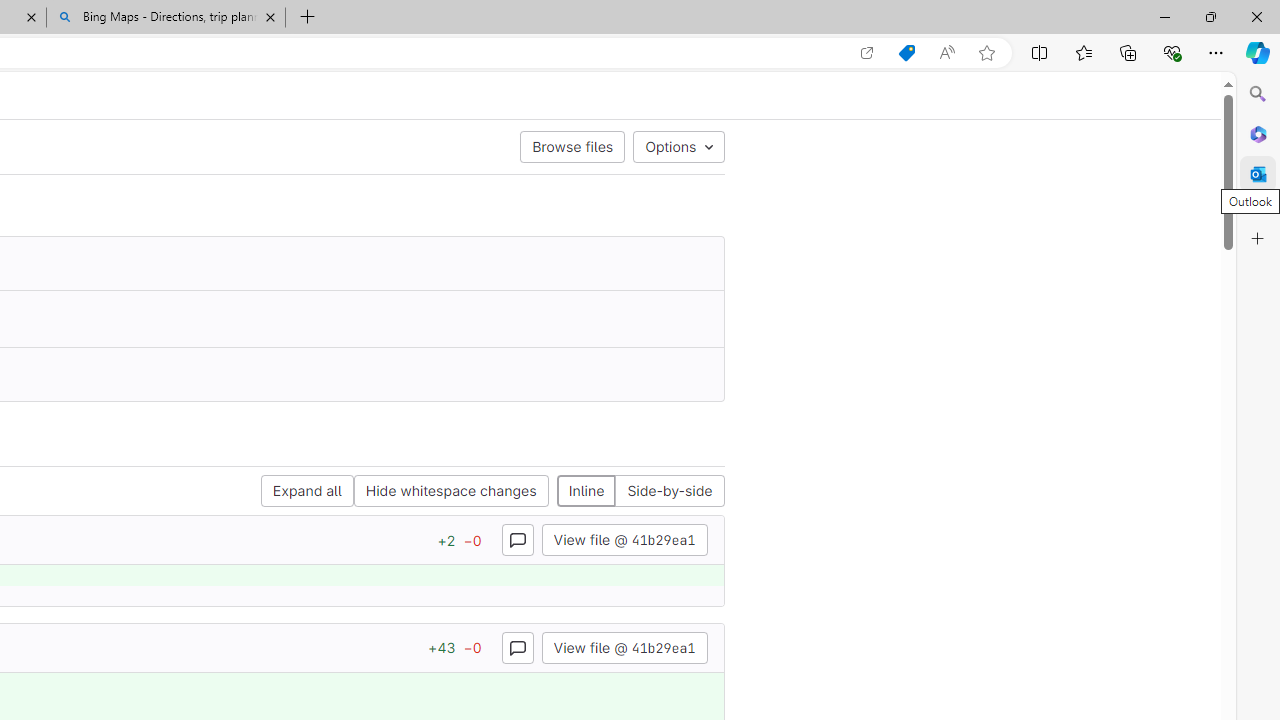 Image resolution: width=1280 pixels, height=720 pixels. I want to click on 'Options', so click(679, 145).